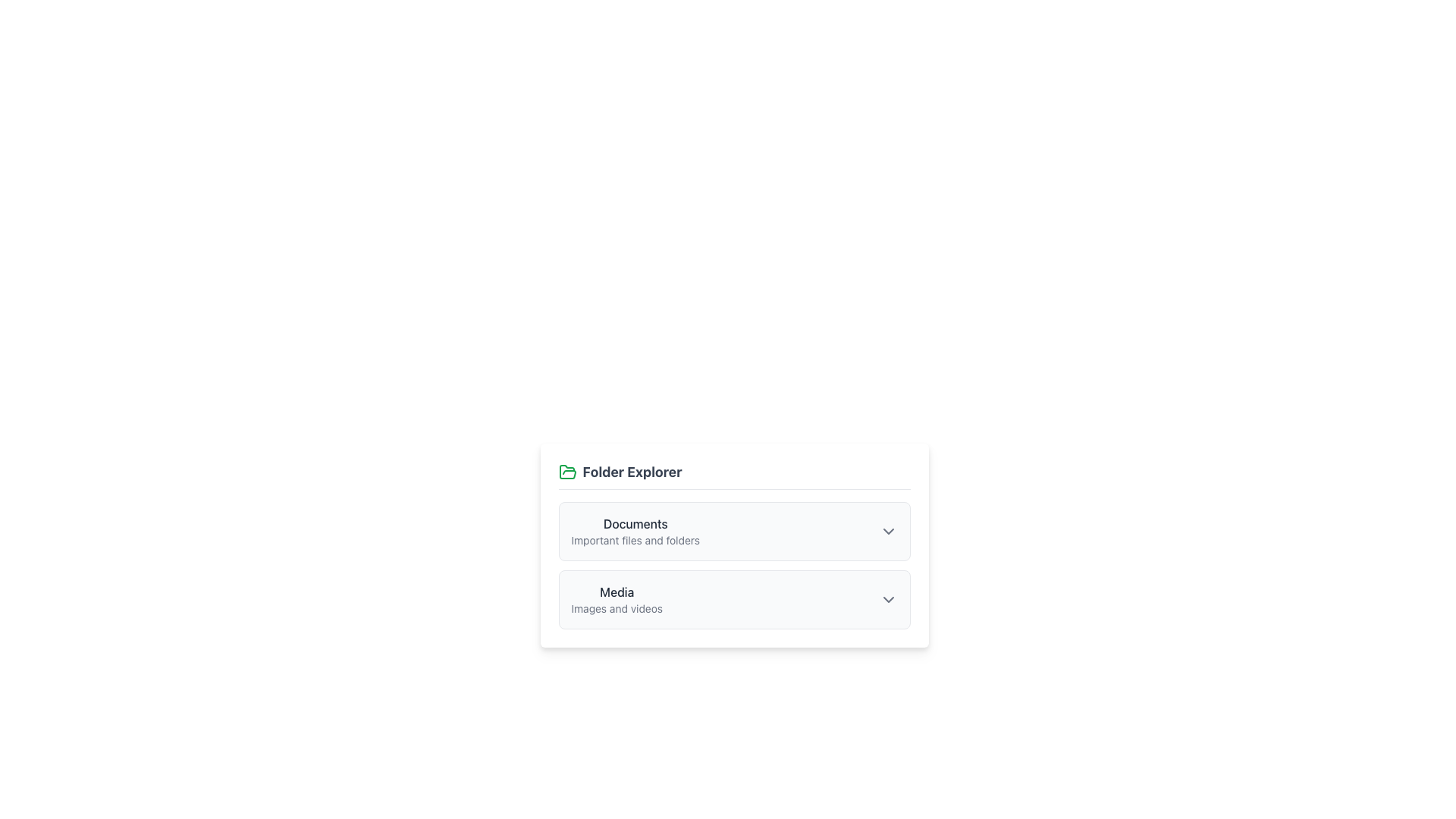 The width and height of the screenshot is (1456, 819). I want to click on the 'Folder Explorer' icon located at the top left corner of the 'Folder Explorer' section, next to the title text, so click(566, 472).